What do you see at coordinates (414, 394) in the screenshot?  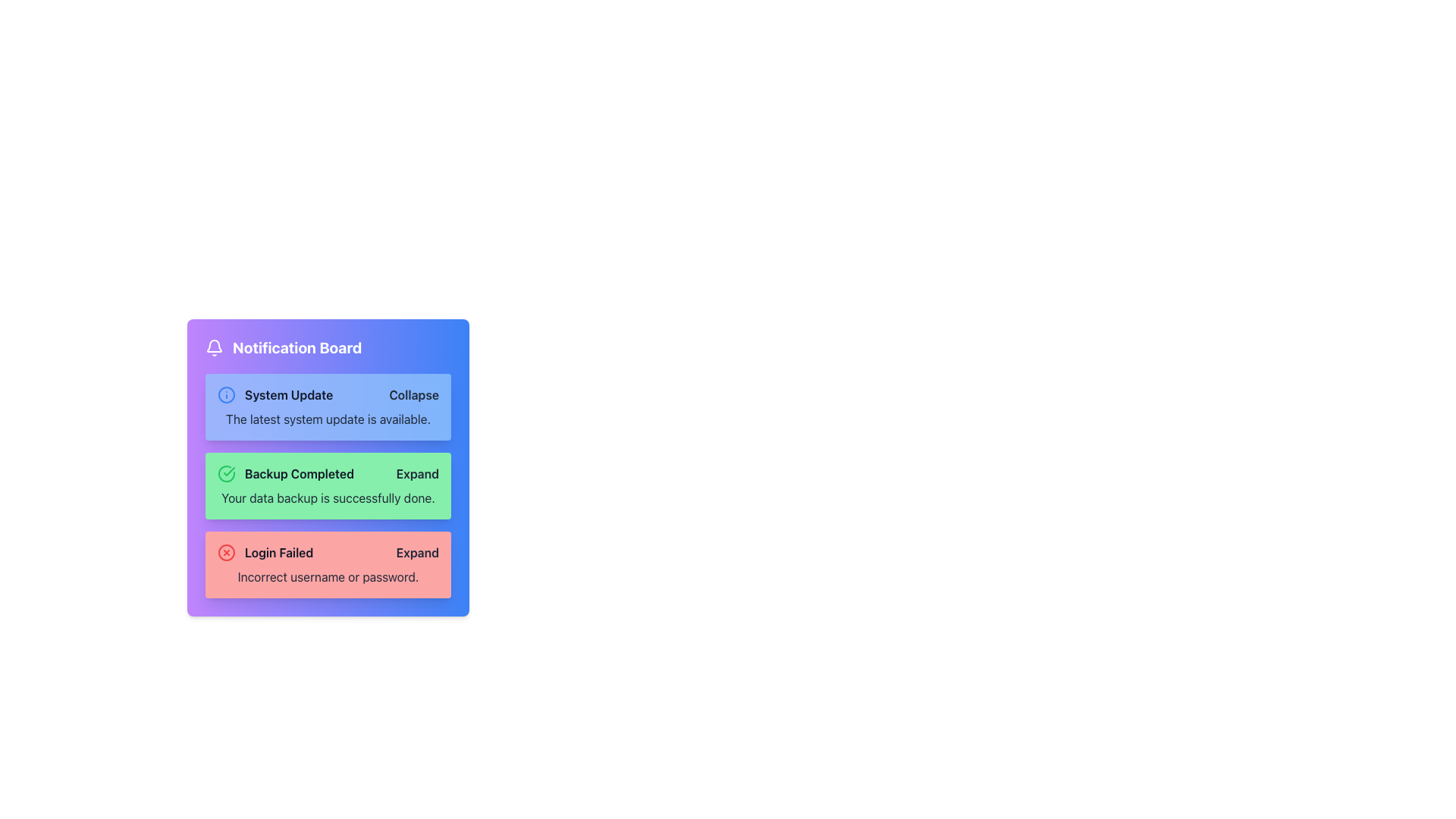 I see `the 'Collapse' button styled in dark gray font located at the top-right corner of the 'System Update' notification box` at bounding box center [414, 394].